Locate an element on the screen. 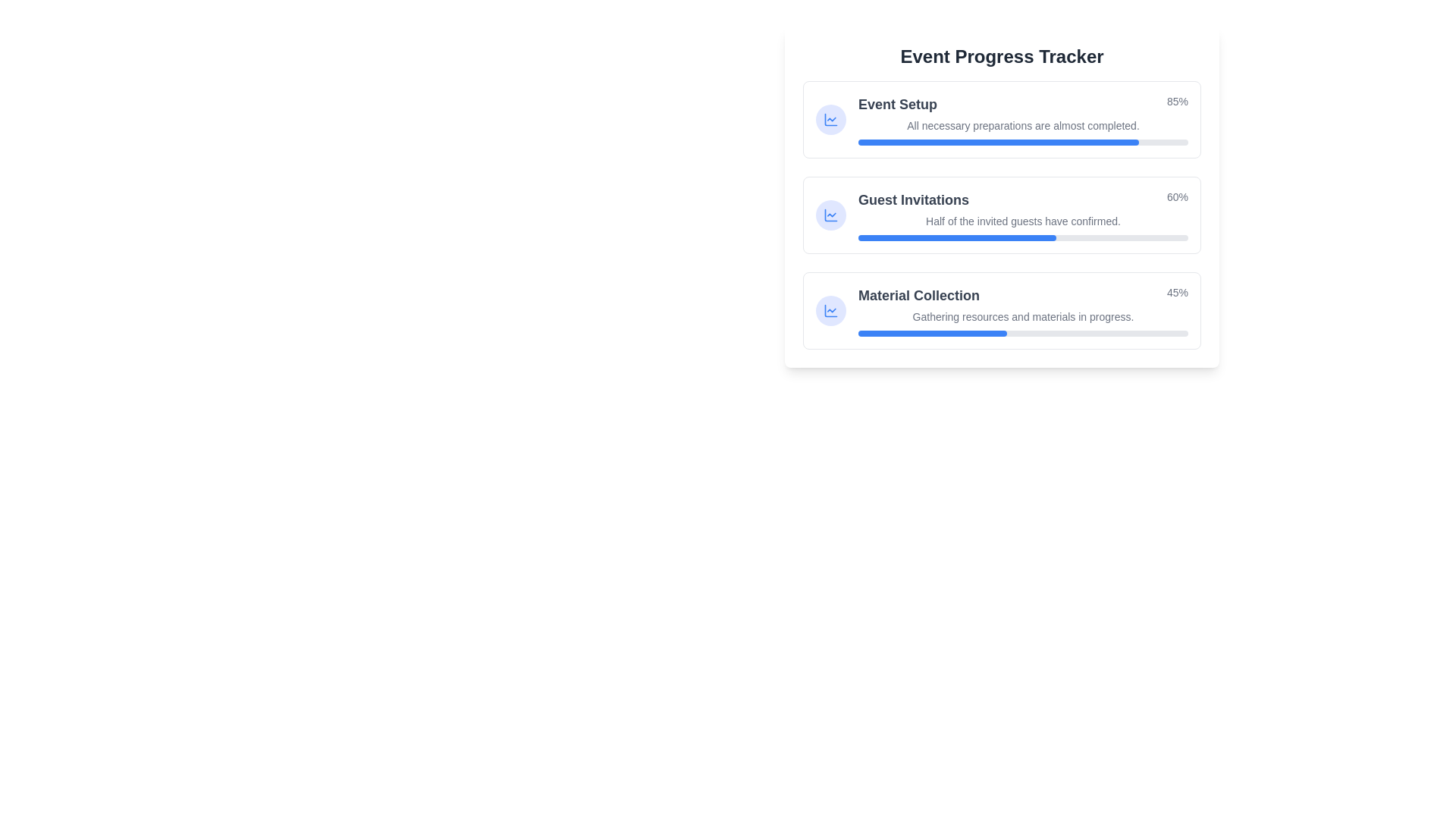 This screenshot has width=1456, height=819. the Progress Bar indicating 85% completion for the 'Event Setup' task, which is the third element in the 'Event Setup' card of the 'Event Progress Tracker' is located at coordinates (1023, 143).